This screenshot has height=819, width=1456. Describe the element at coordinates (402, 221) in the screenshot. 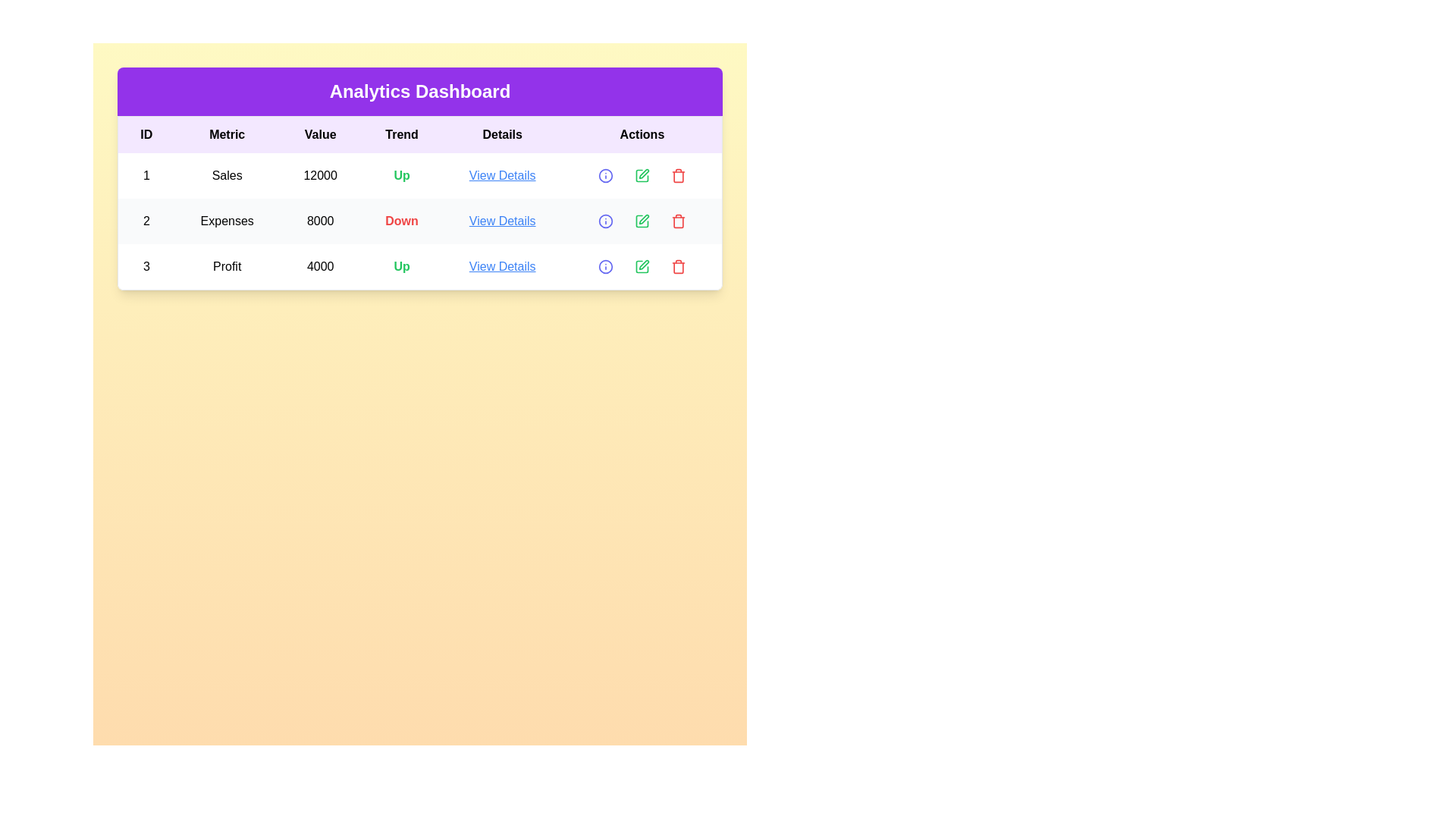

I see `the 'Down' text label in the 'Trend' column of the second row in the 'Expenses' category table` at that location.